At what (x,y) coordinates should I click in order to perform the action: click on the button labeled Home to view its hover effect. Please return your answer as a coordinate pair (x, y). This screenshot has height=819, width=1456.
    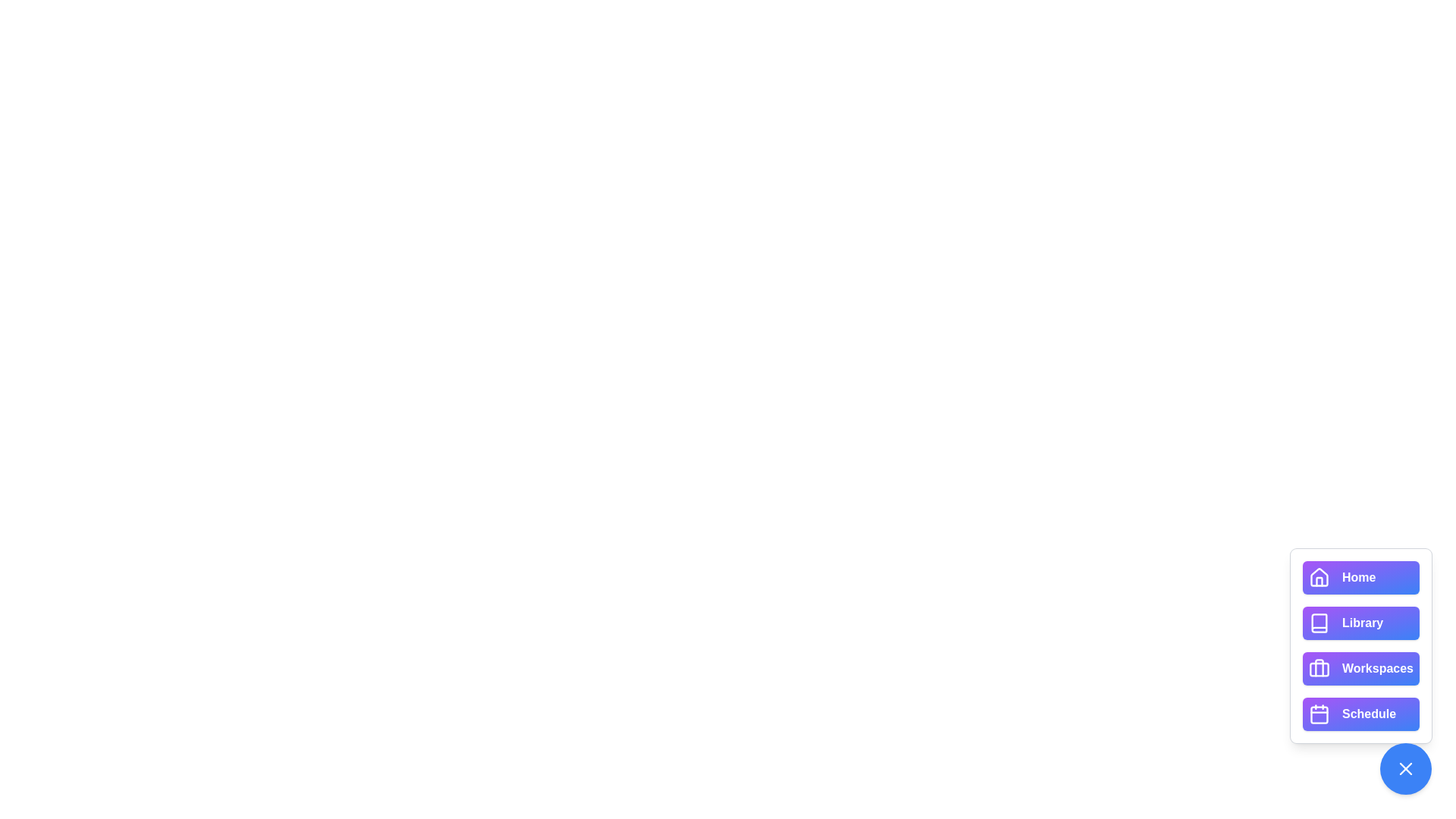
    Looking at the image, I should click on (1361, 578).